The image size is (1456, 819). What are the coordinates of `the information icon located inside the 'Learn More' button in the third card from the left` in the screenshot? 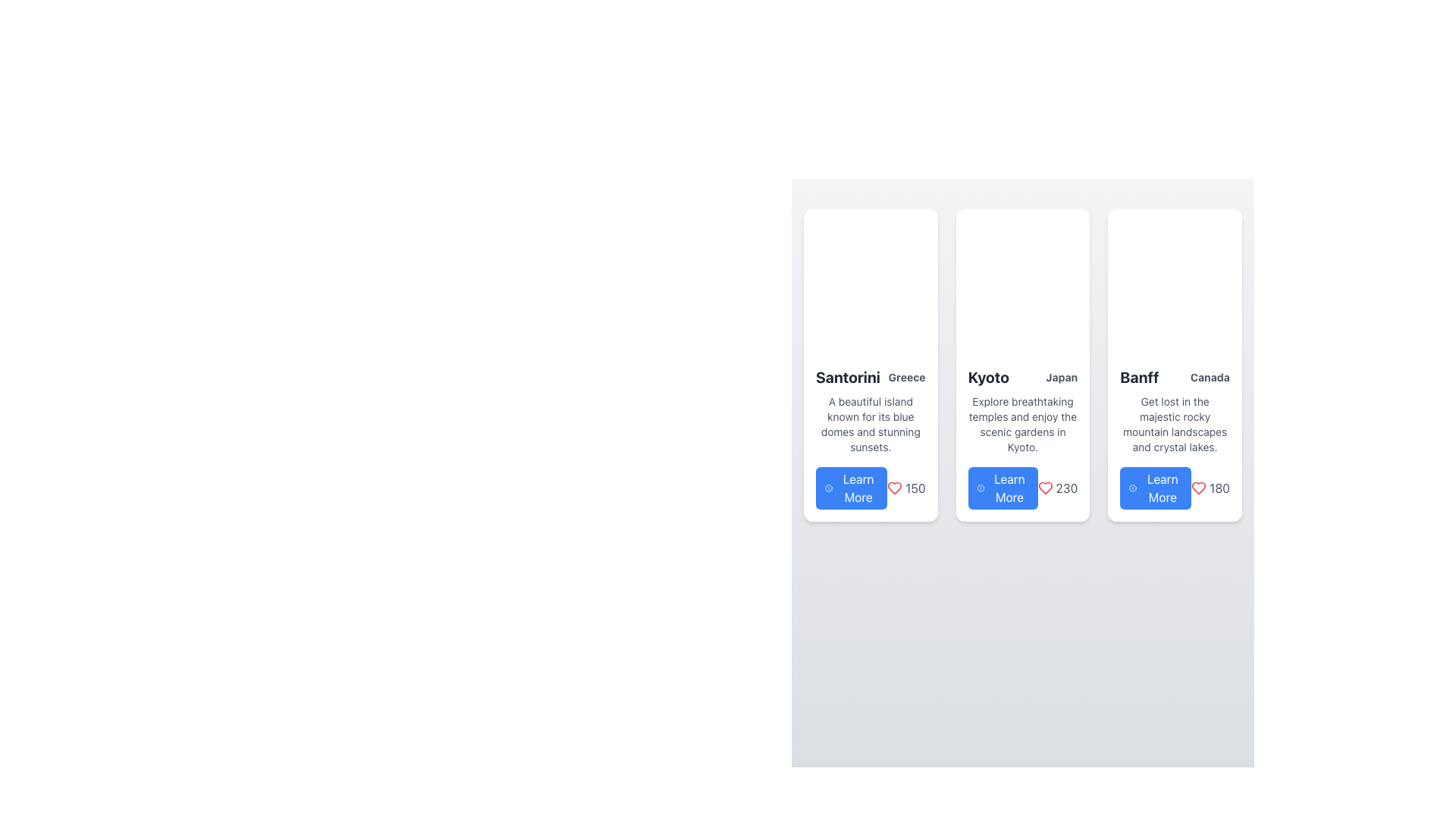 It's located at (1133, 488).